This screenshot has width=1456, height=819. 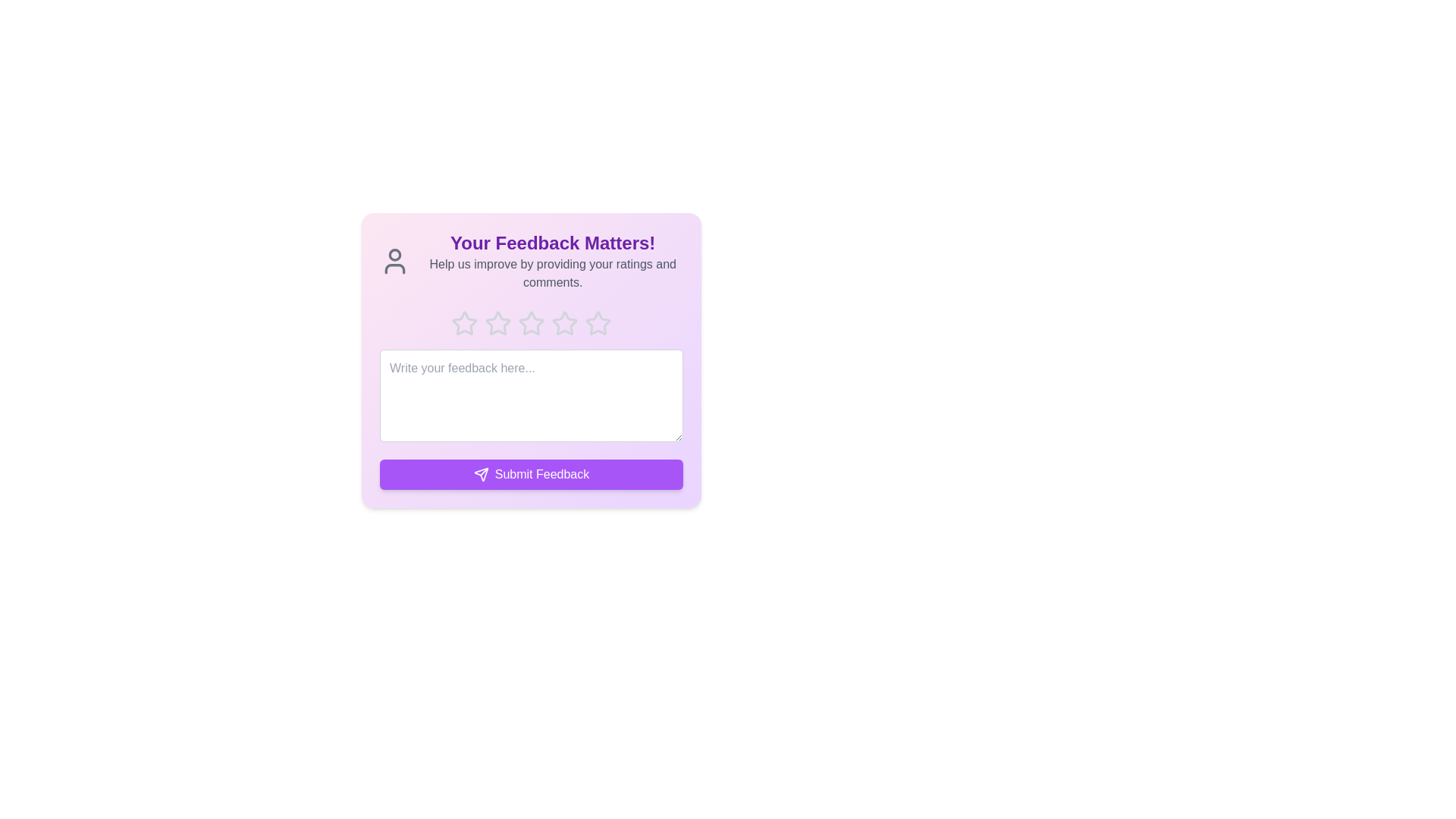 What do you see at coordinates (531, 394) in the screenshot?
I see `the text area and type the feedback text` at bounding box center [531, 394].